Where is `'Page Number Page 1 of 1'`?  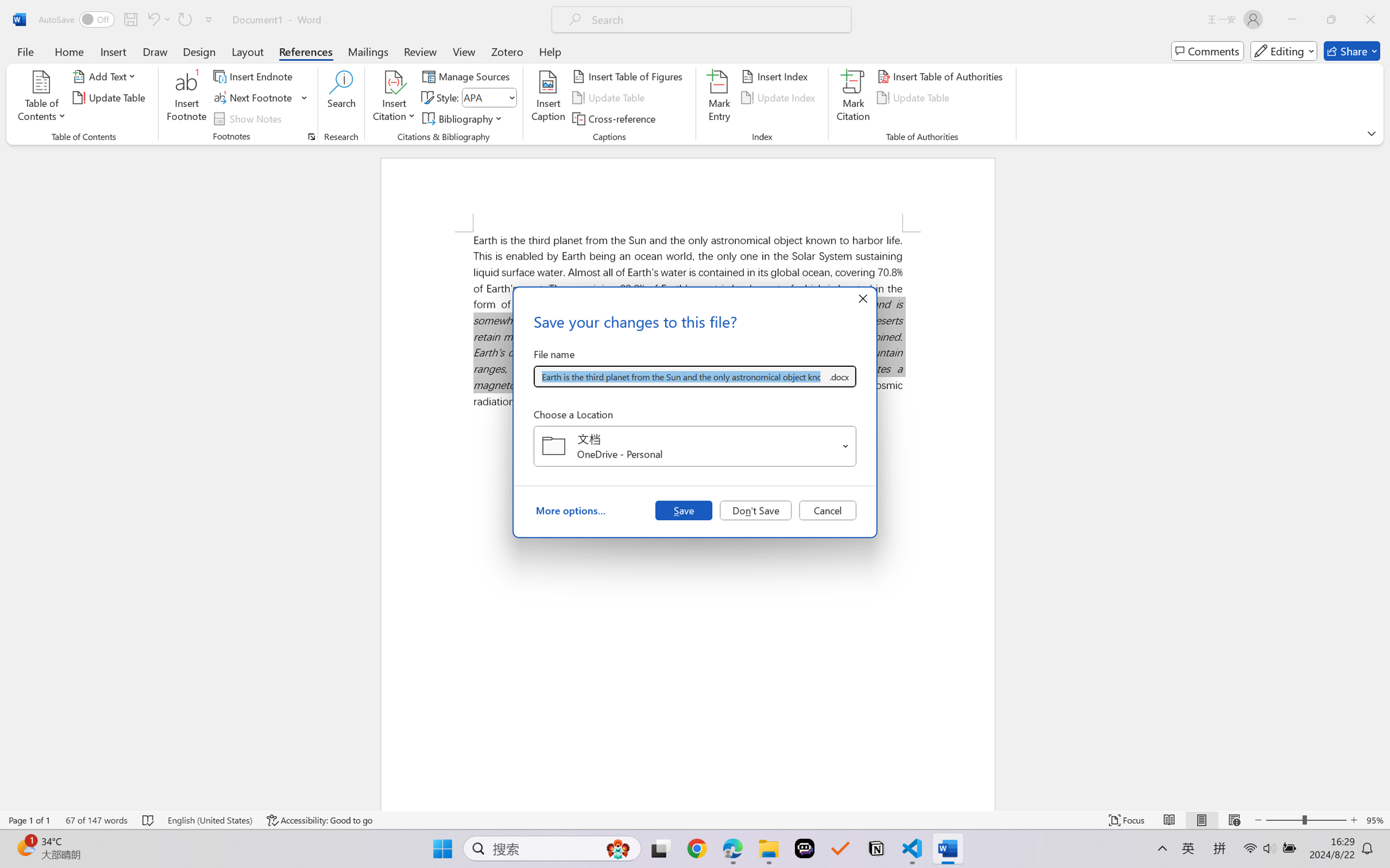
'Page Number Page 1 of 1' is located at coordinates (30, 820).